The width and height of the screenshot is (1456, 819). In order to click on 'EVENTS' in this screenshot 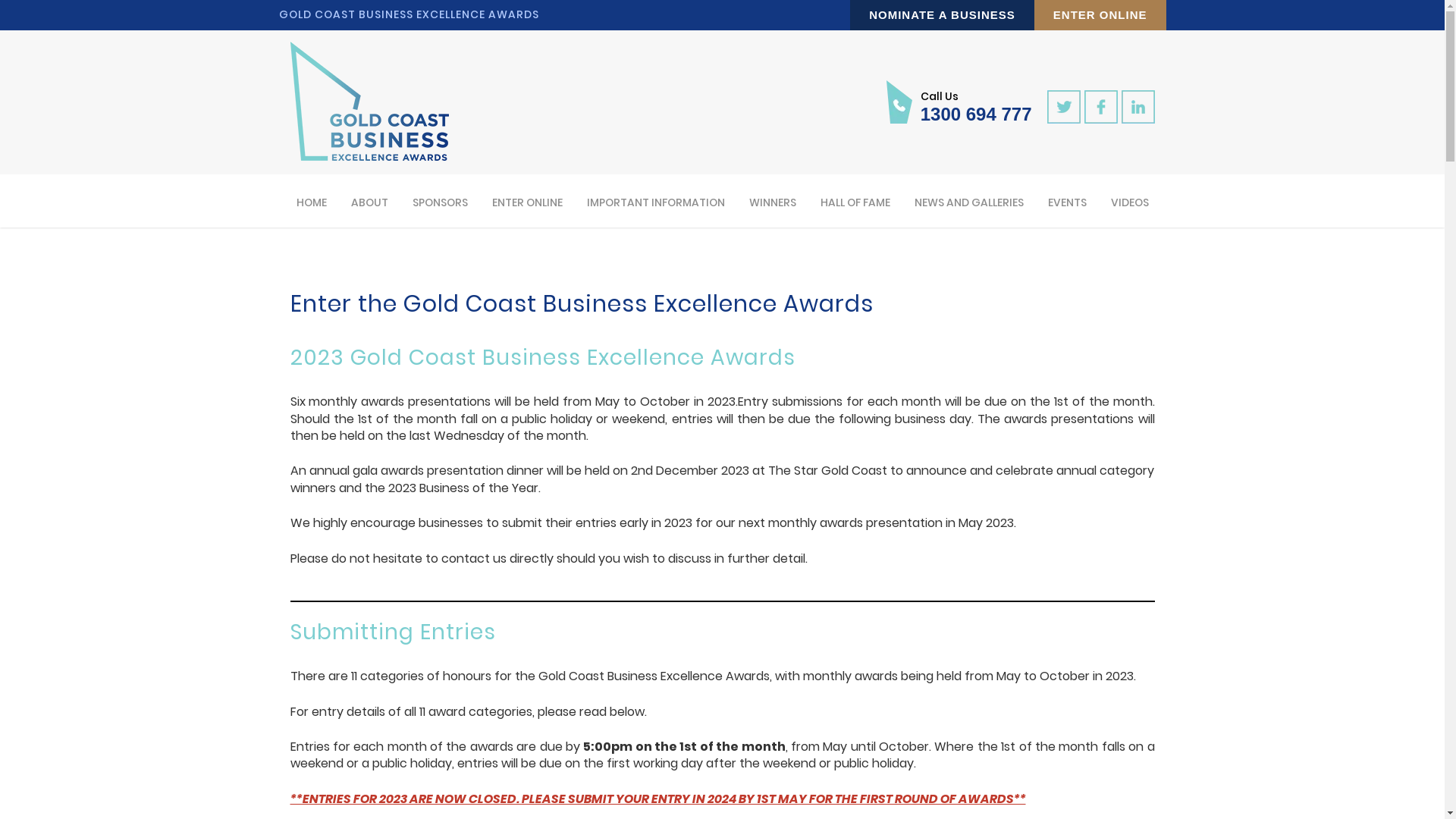, I will do `click(1046, 200)`.